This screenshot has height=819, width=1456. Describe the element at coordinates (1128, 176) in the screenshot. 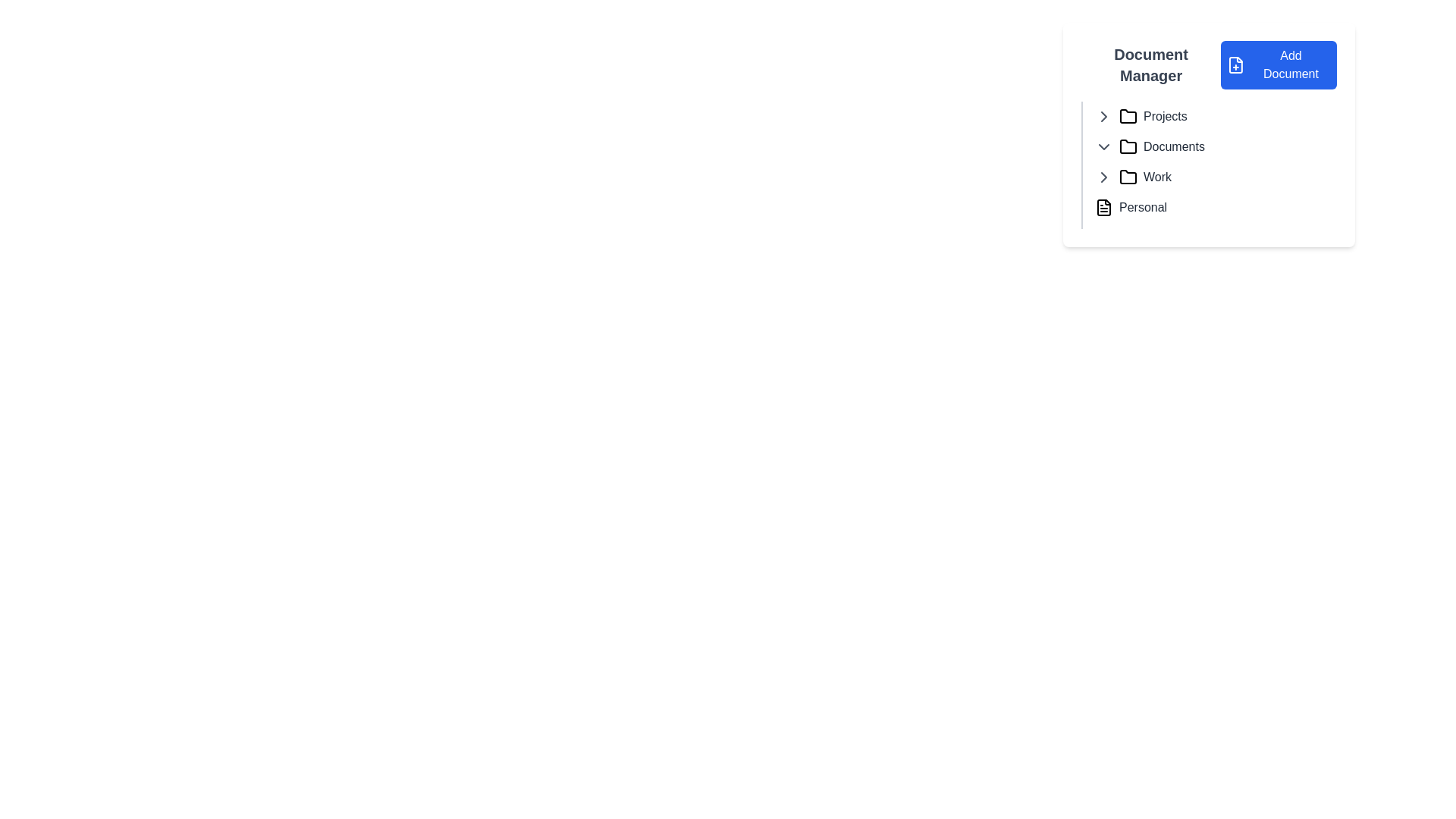

I see `the icon representing the 'Work' folder` at that location.